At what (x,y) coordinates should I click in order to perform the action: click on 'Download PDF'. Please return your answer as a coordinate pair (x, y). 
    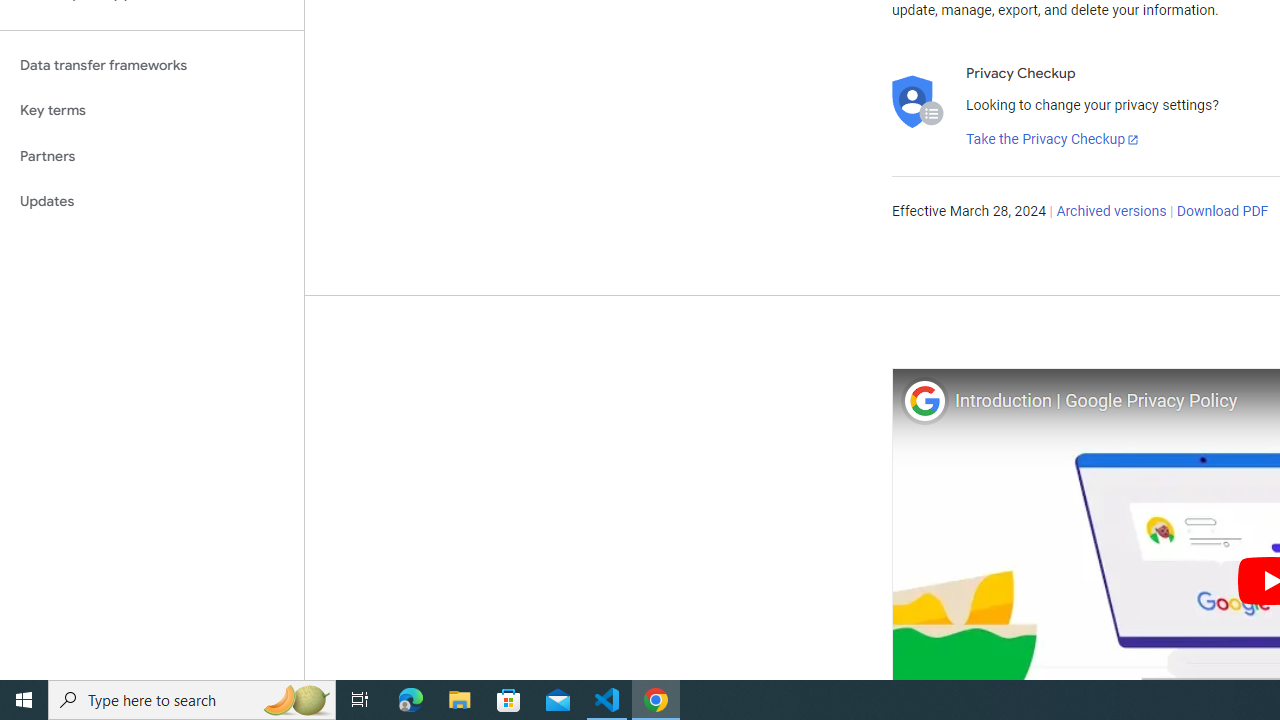
    Looking at the image, I should click on (1221, 212).